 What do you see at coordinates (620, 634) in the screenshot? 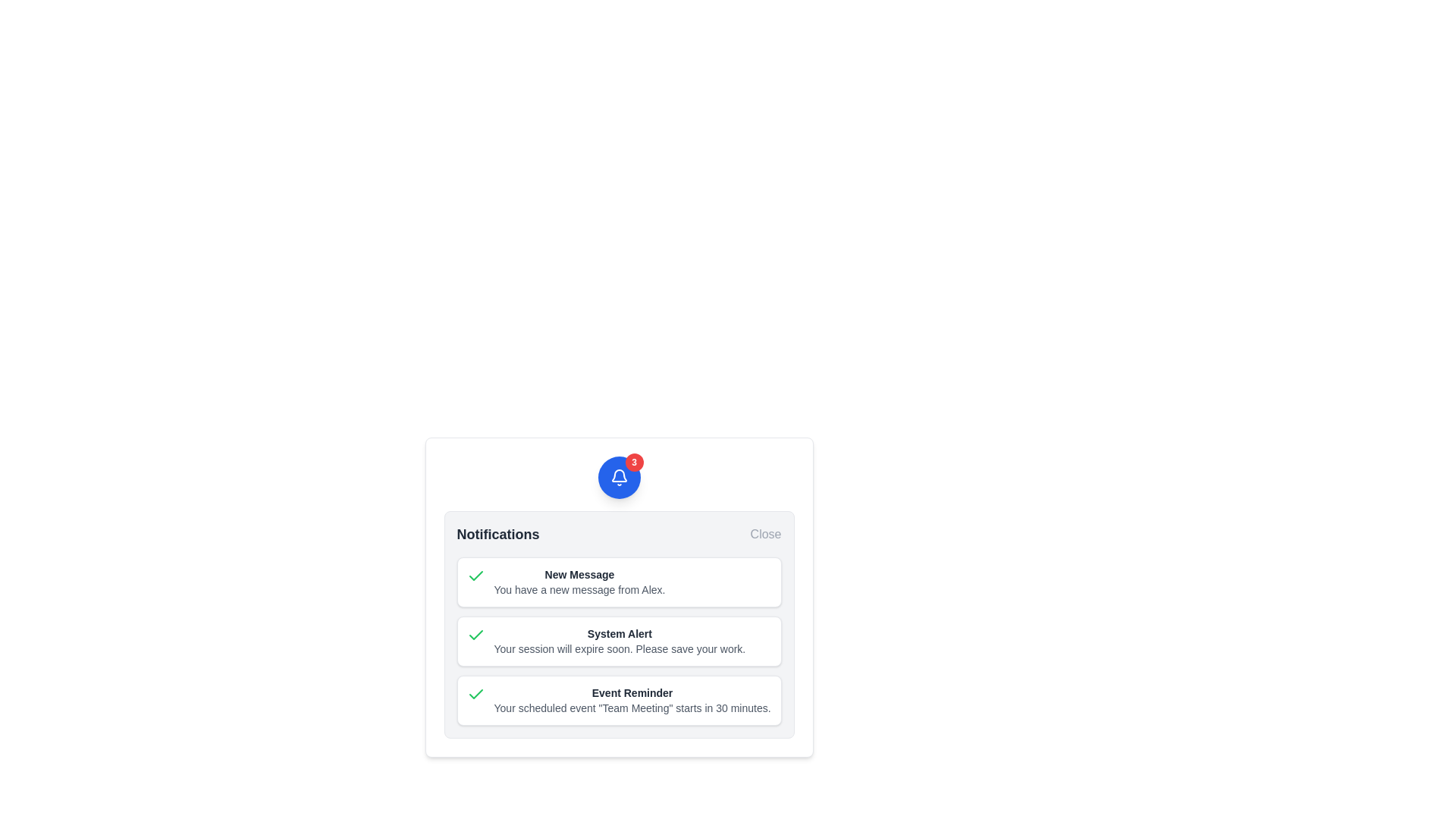
I see `text content of the 'System Alert' header displayed in bold dark gray within the notification card, located near the top center of the card` at bounding box center [620, 634].